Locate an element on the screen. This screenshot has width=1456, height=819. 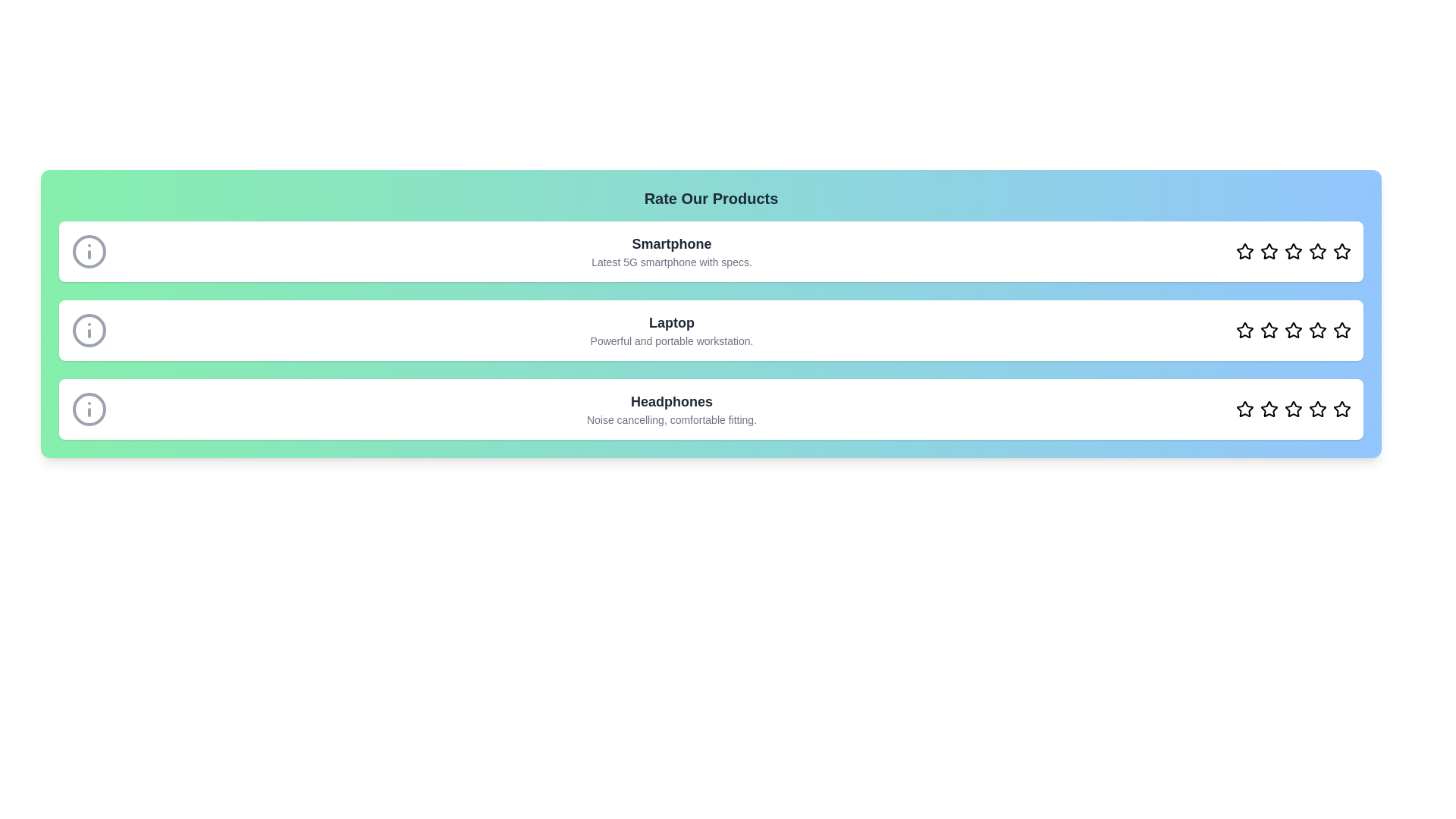
the fifth star rating icon in the product rating section for 'Laptop' is located at coordinates (1342, 329).